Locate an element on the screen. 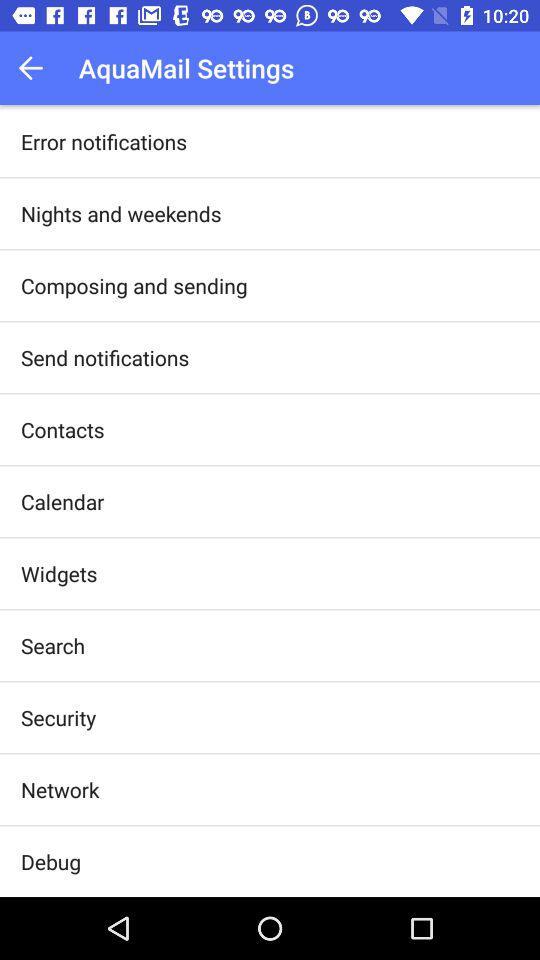  app above the calendar app is located at coordinates (62, 429).